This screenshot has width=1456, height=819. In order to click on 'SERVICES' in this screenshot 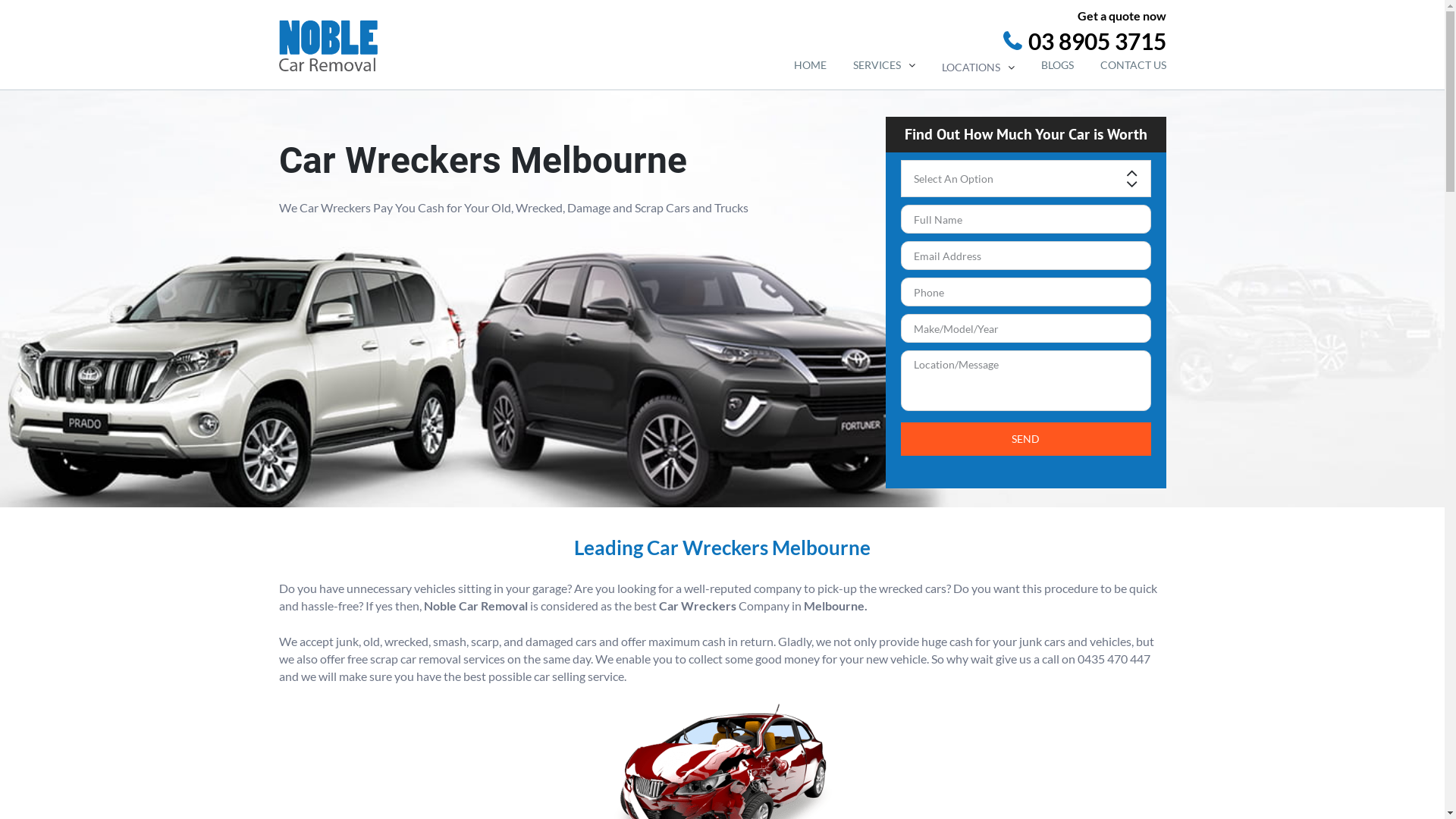, I will do `click(883, 64)`.